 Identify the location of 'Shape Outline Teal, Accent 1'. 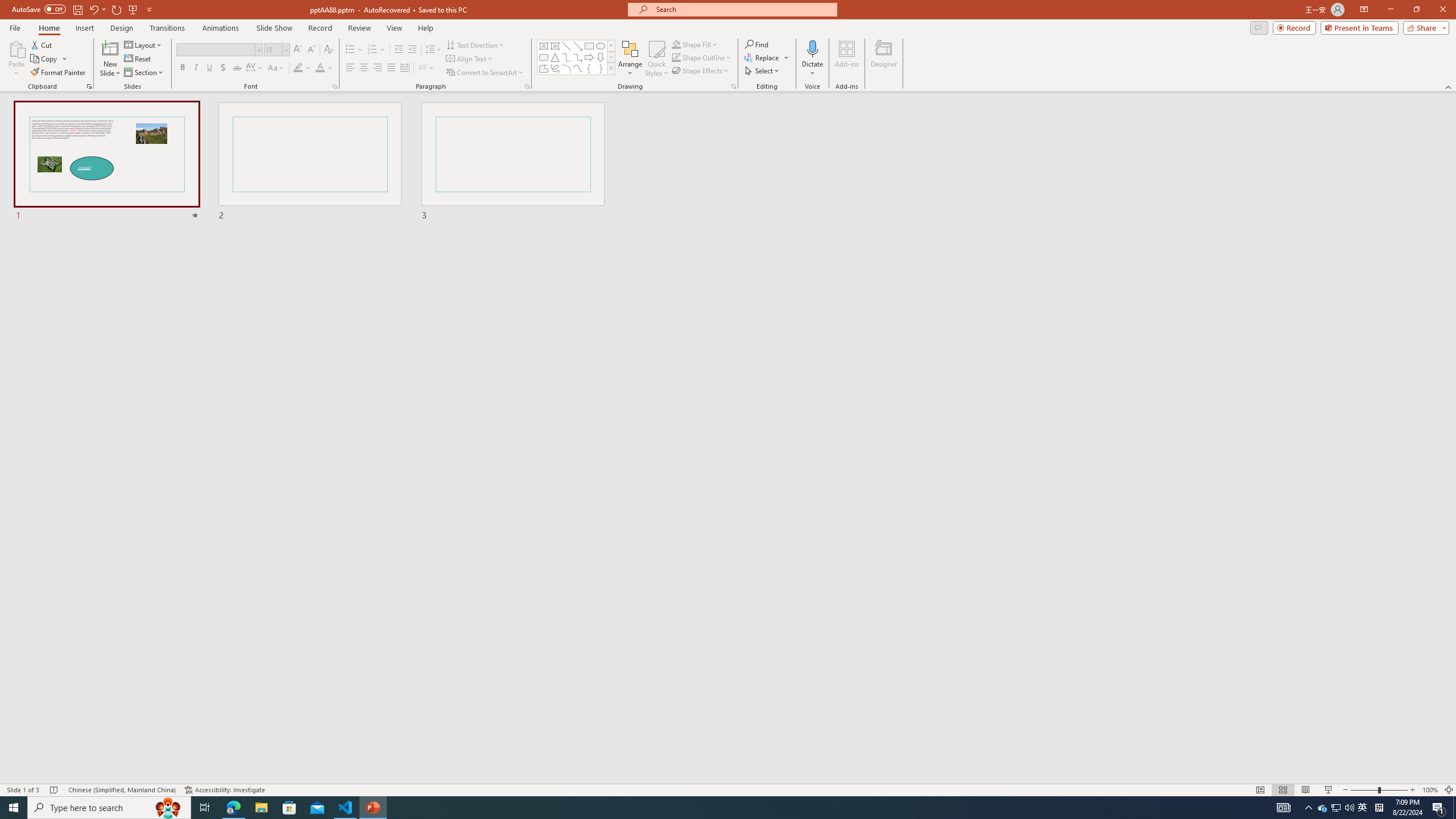
(676, 56).